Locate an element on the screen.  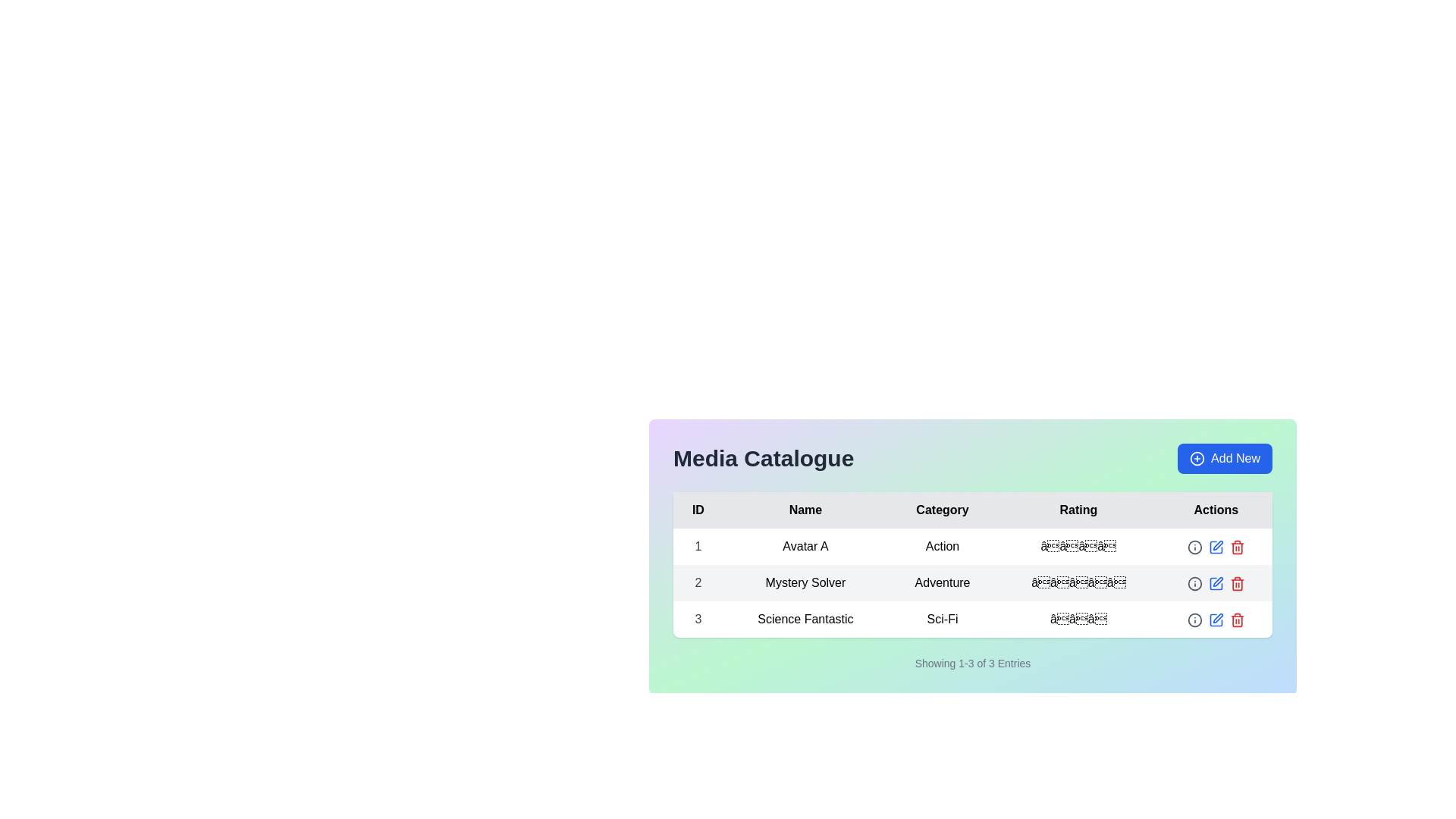
the informational Icon button located in the 'Actions' column of the first row corresponding to 'Avatar A' is located at coordinates (1194, 547).